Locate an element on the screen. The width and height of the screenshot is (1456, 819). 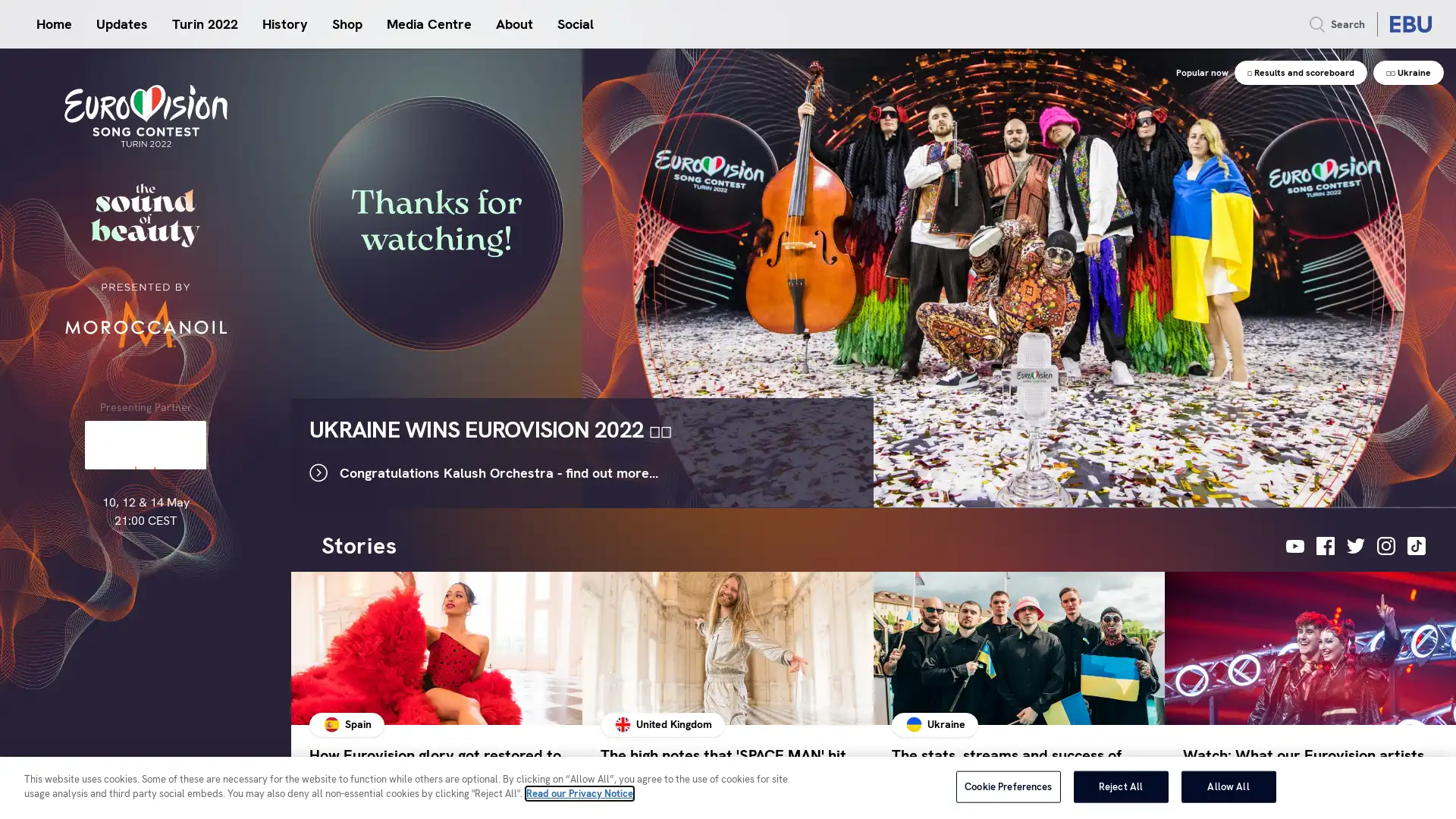
Cookie Preferences is located at coordinates (1008, 786).